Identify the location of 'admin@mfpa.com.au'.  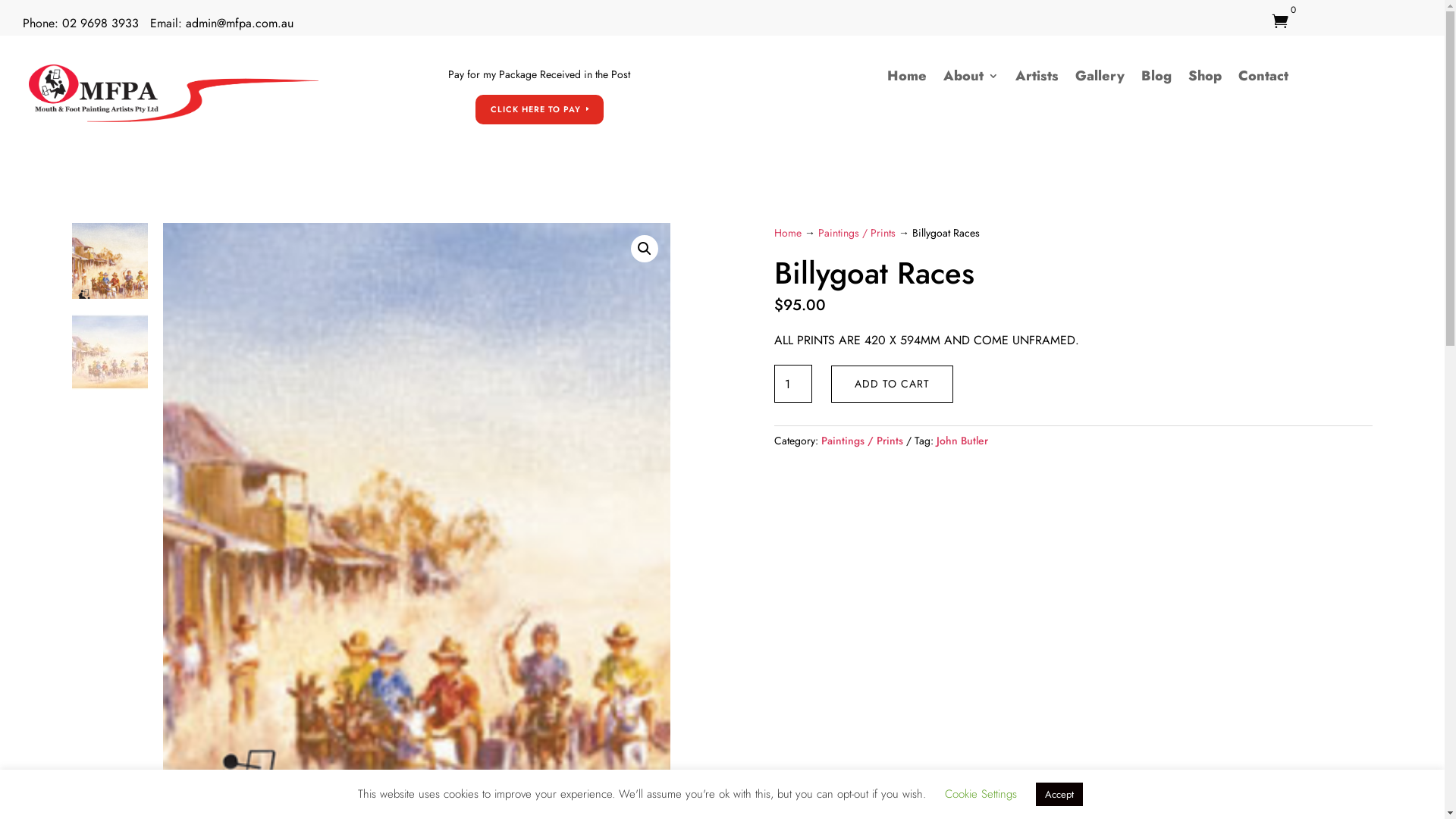
(239, 23).